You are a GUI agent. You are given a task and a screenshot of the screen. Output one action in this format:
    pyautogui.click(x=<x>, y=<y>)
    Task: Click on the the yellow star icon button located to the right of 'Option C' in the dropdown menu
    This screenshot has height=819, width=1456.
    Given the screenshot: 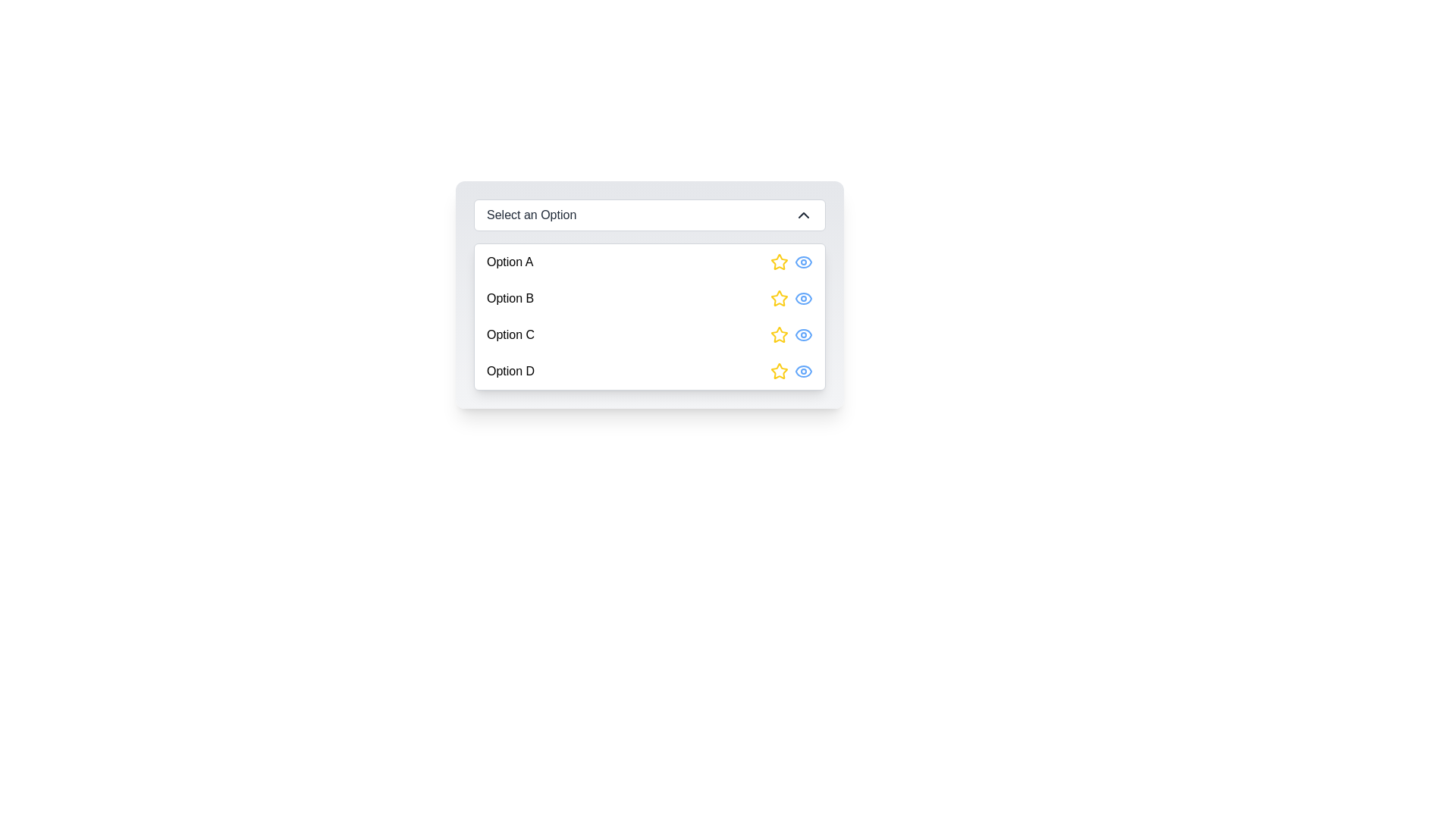 What is the action you would take?
    pyautogui.click(x=779, y=334)
    